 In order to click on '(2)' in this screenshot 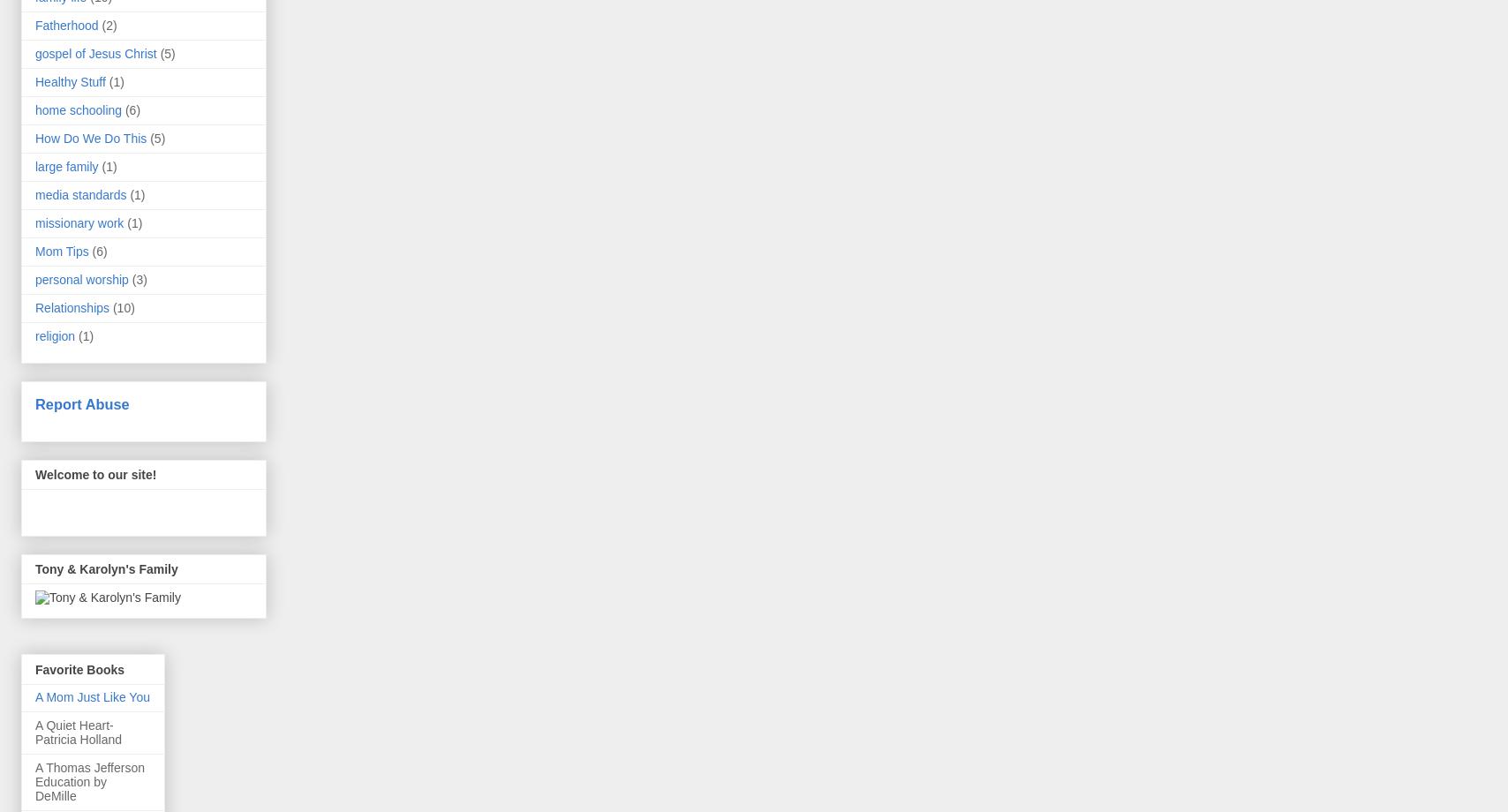, I will do `click(109, 24)`.